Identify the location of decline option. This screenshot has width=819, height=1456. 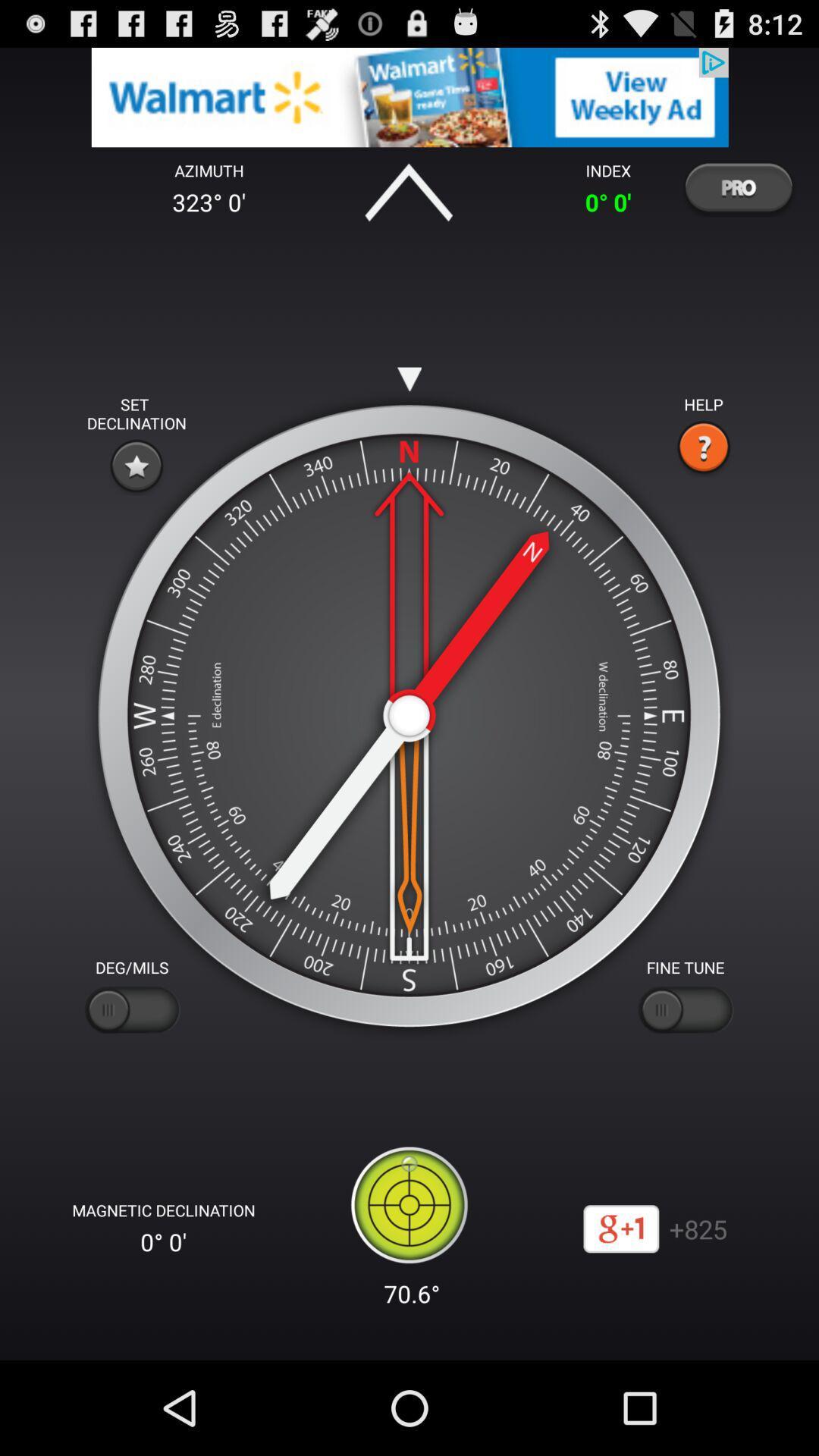
(136, 465).